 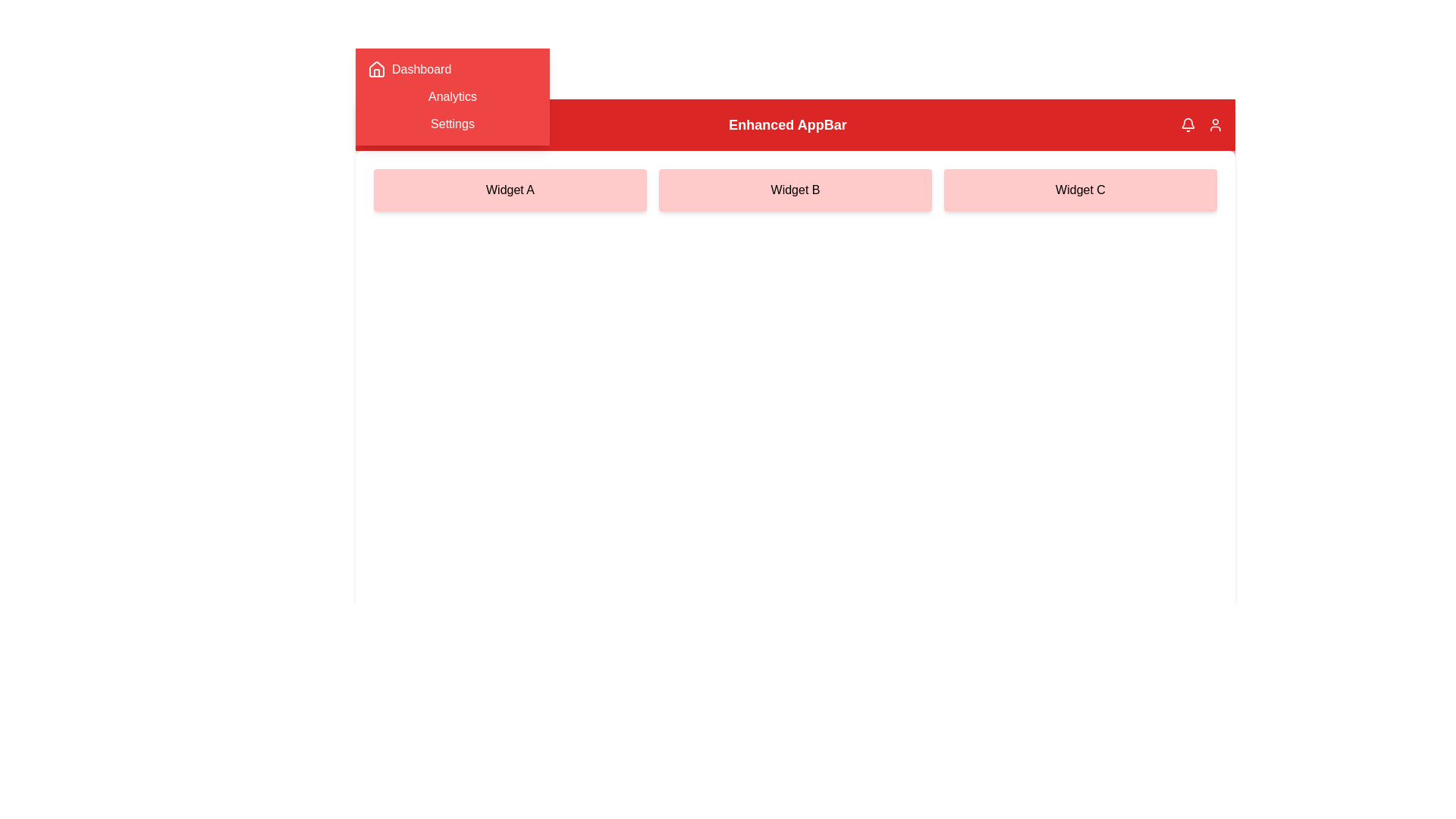 I want to click on the navigation menu item Analytics, so click(x=451, y=96).